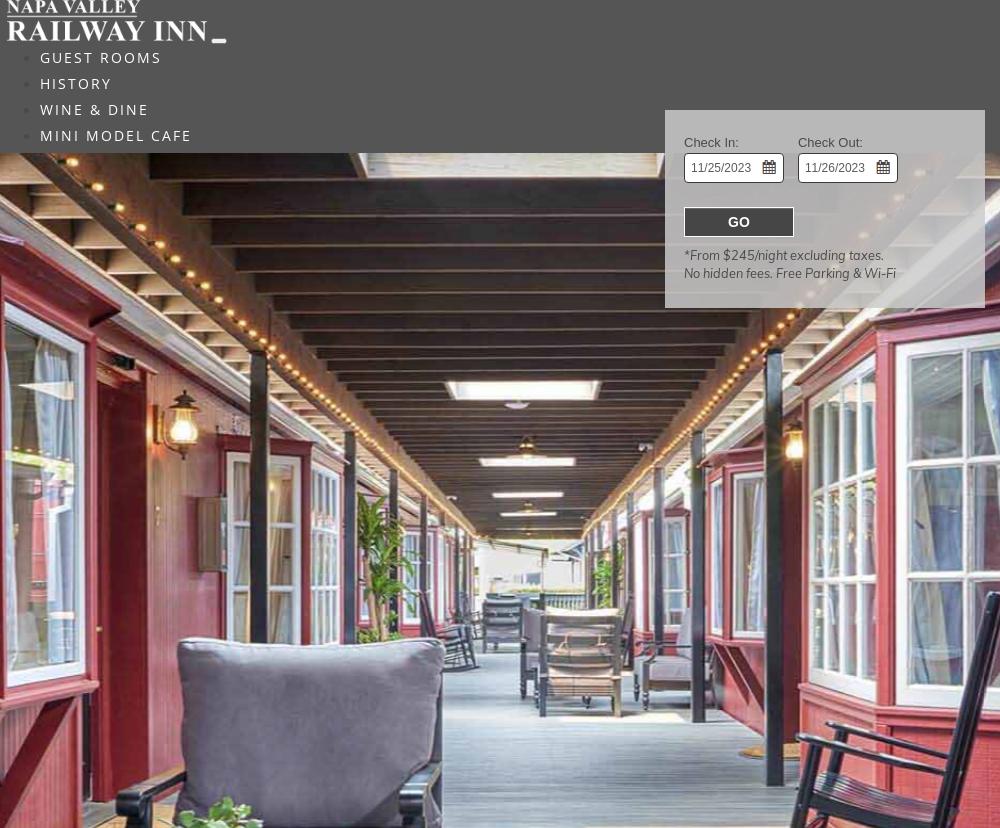 This screenshot has width=1000, height=828. I want to click on 'WINE & DINE', so click(93, 108).